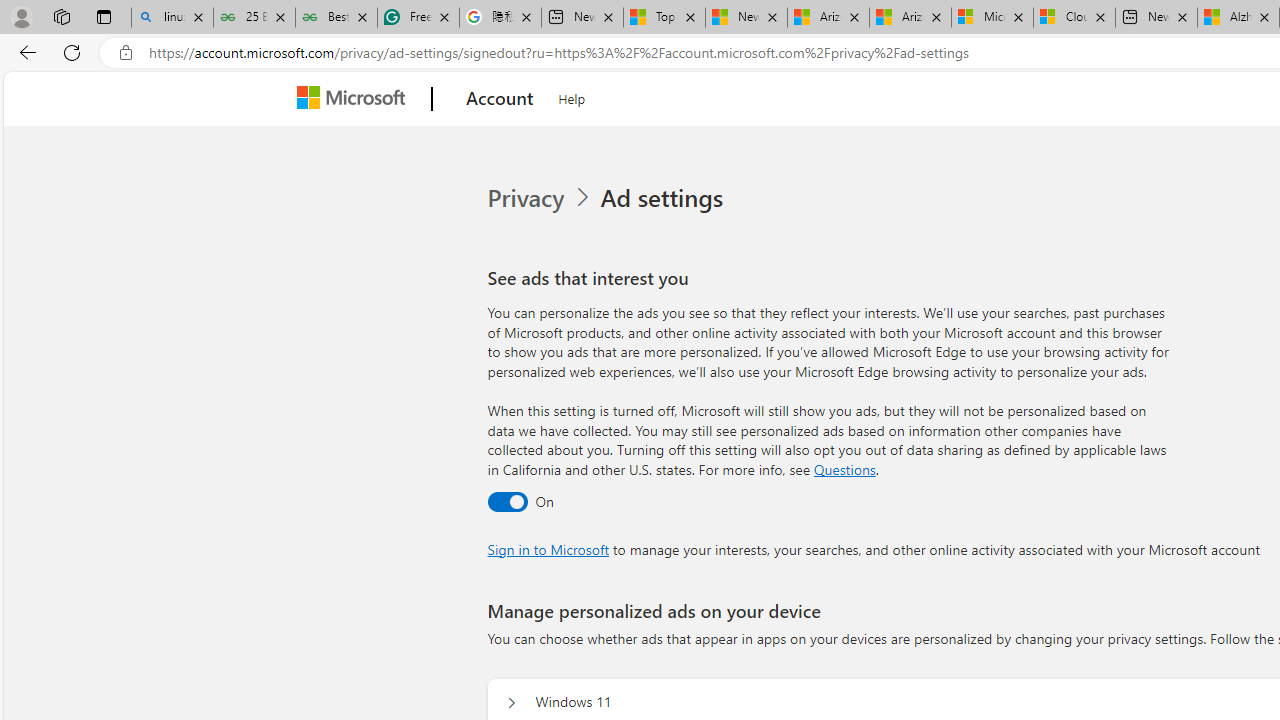 The width and height of the screenshot is (1280, 720). Describe the element at coordinates (253, 17) in the screenshot. I see `'25 Basic Linux Commands For Beginners - GeeksforGeeks'` at that location.